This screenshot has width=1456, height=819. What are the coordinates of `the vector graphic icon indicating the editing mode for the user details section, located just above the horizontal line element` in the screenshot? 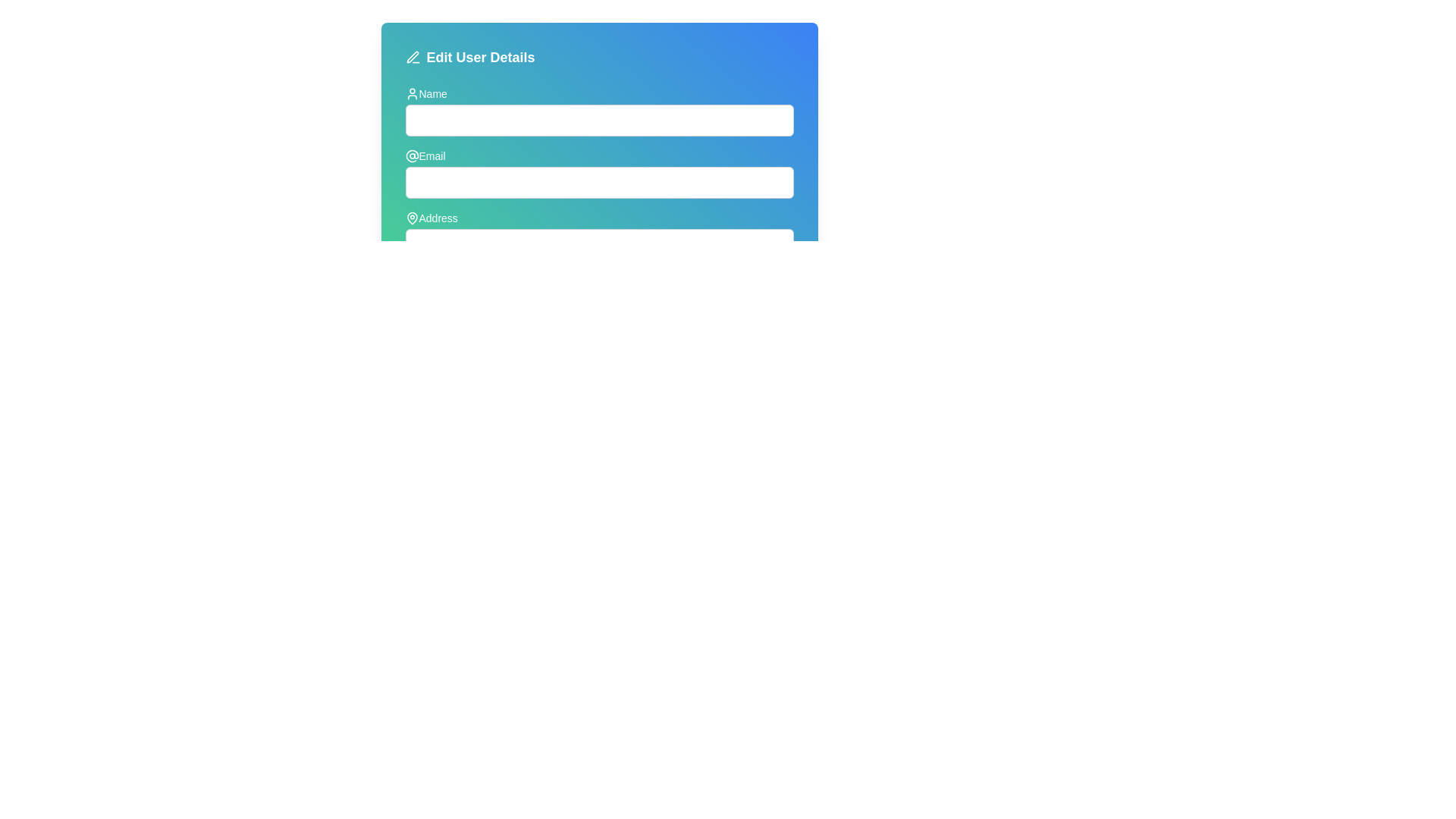 It's located at (413, 56).